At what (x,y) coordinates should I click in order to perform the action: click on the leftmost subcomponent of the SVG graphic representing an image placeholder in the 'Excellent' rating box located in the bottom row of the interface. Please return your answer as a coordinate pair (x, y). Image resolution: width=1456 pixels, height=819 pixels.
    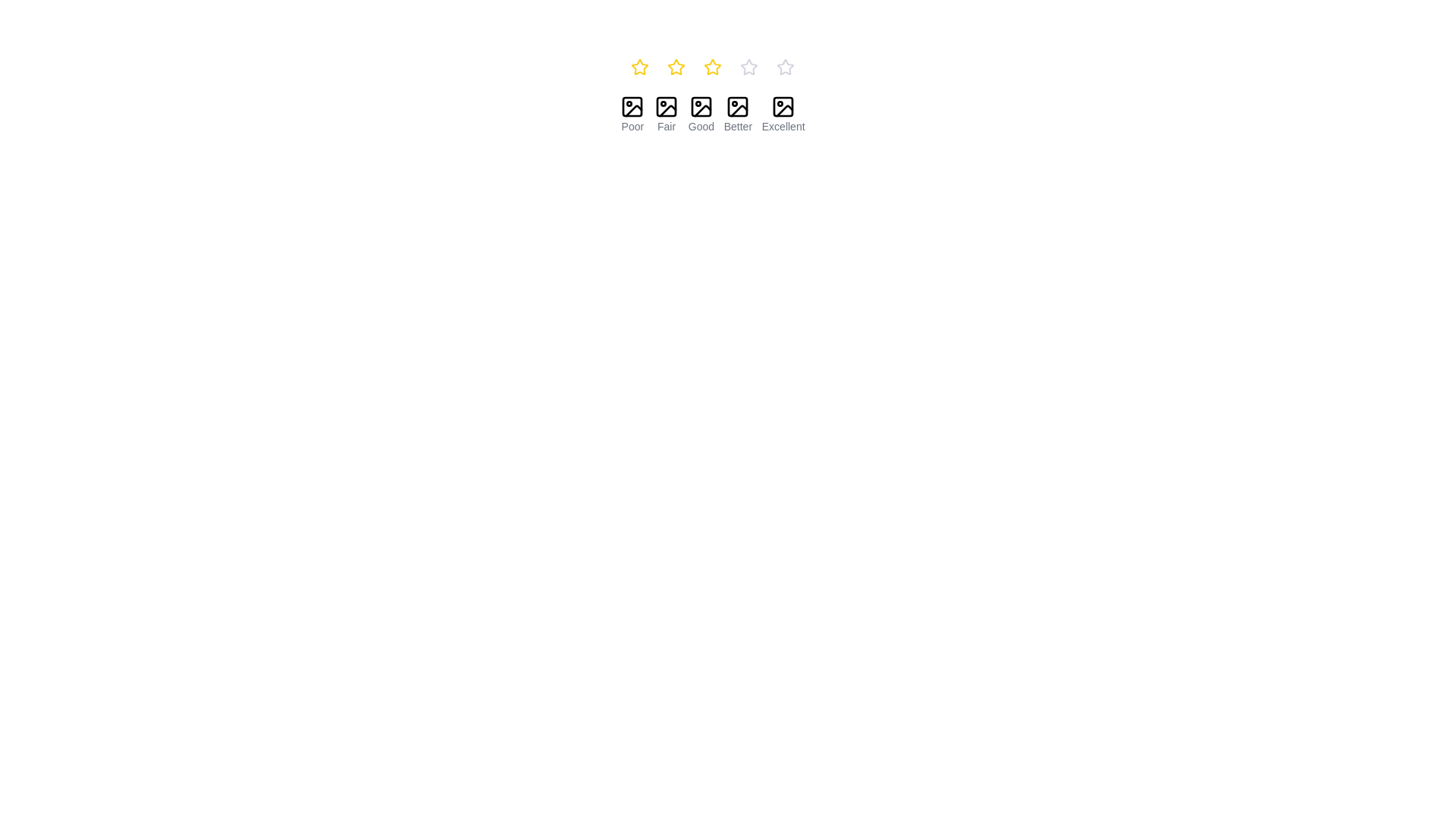
    Looking at the image, I should click on (783, 106).